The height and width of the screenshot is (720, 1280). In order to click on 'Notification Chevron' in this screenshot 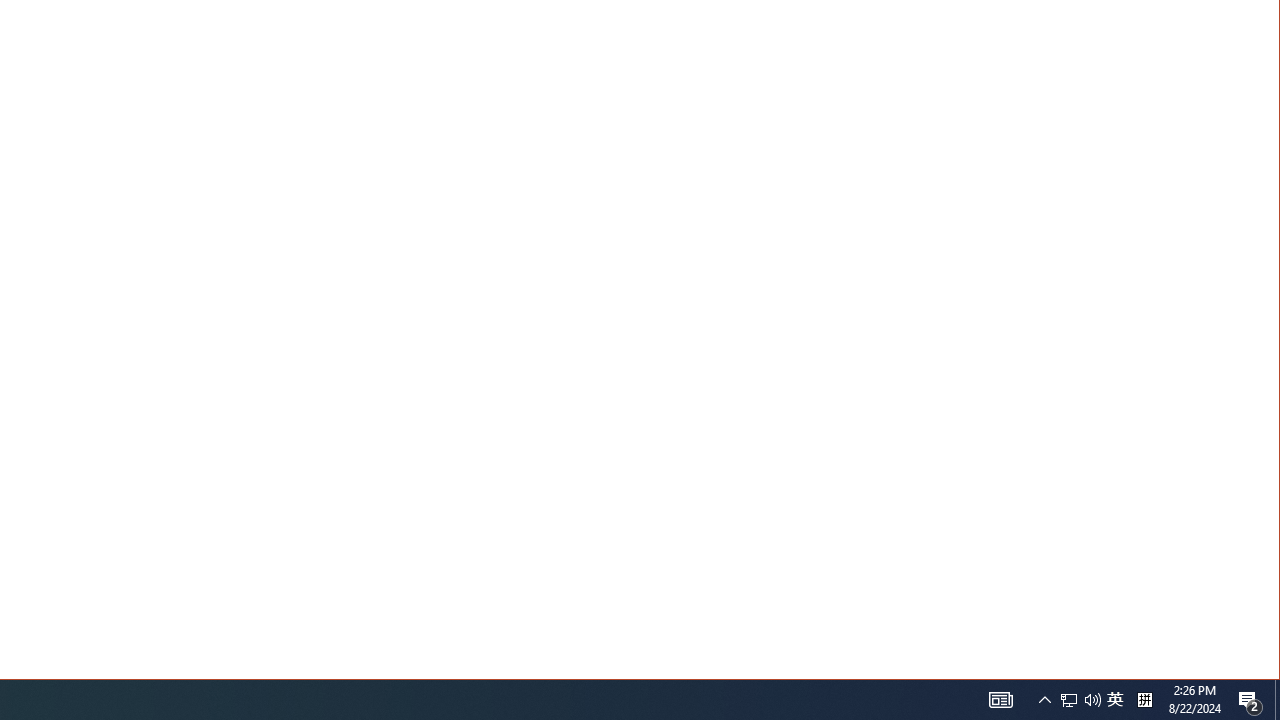, I will do `click(1044, 698)`.